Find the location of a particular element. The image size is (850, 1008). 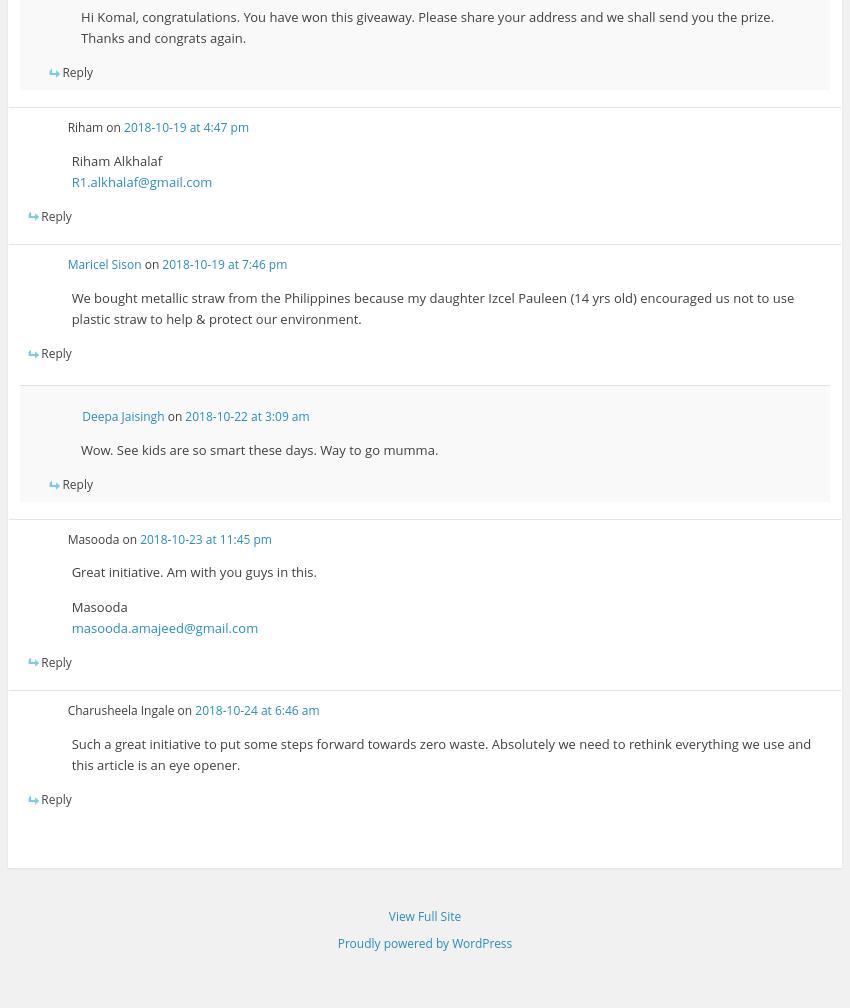

'R1.alkhalaf@gmail.com' is located at coordinates (141, 181).